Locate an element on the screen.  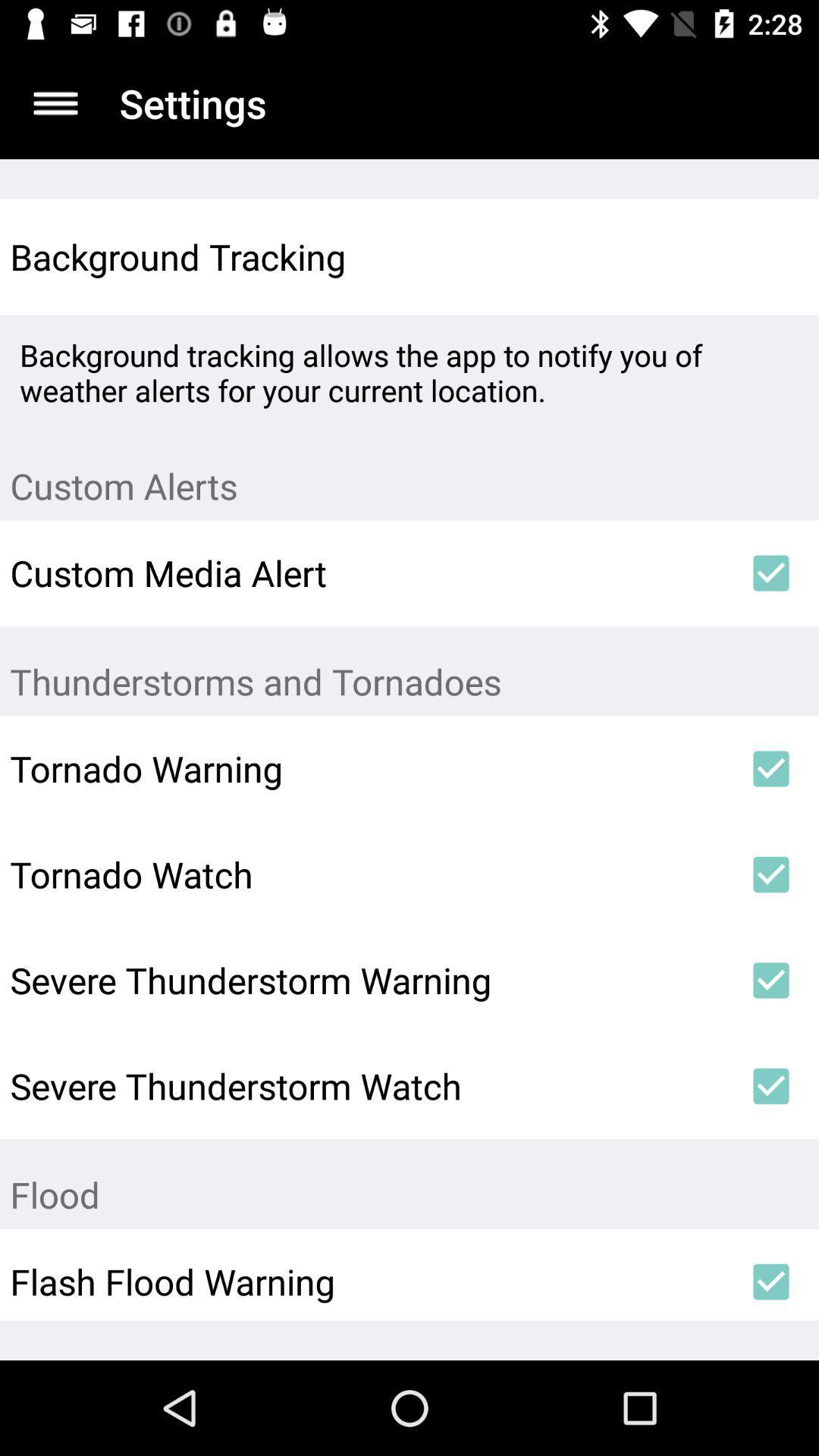
the last check box at bottom right corner of the page is located at coordinates (771, 1281).